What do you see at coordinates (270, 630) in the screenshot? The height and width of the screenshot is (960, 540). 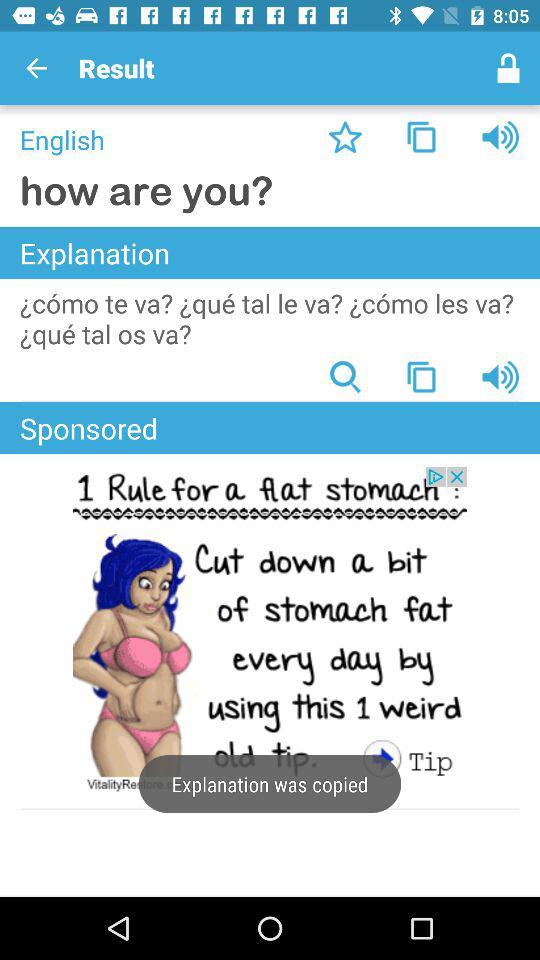 I see `the item below the sponsored` at bounding box center [270, 630].